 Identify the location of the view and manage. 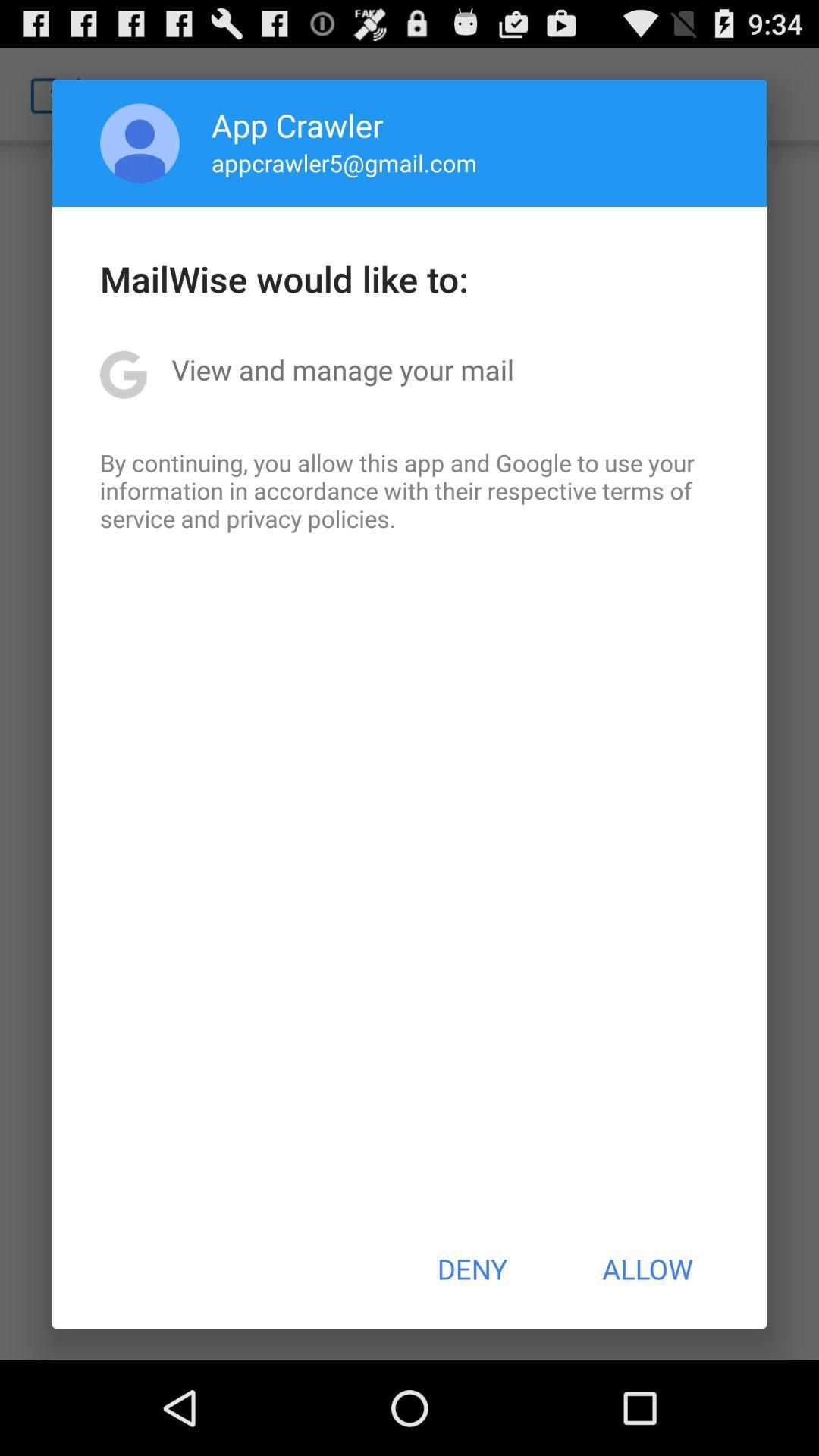
(343, 369).